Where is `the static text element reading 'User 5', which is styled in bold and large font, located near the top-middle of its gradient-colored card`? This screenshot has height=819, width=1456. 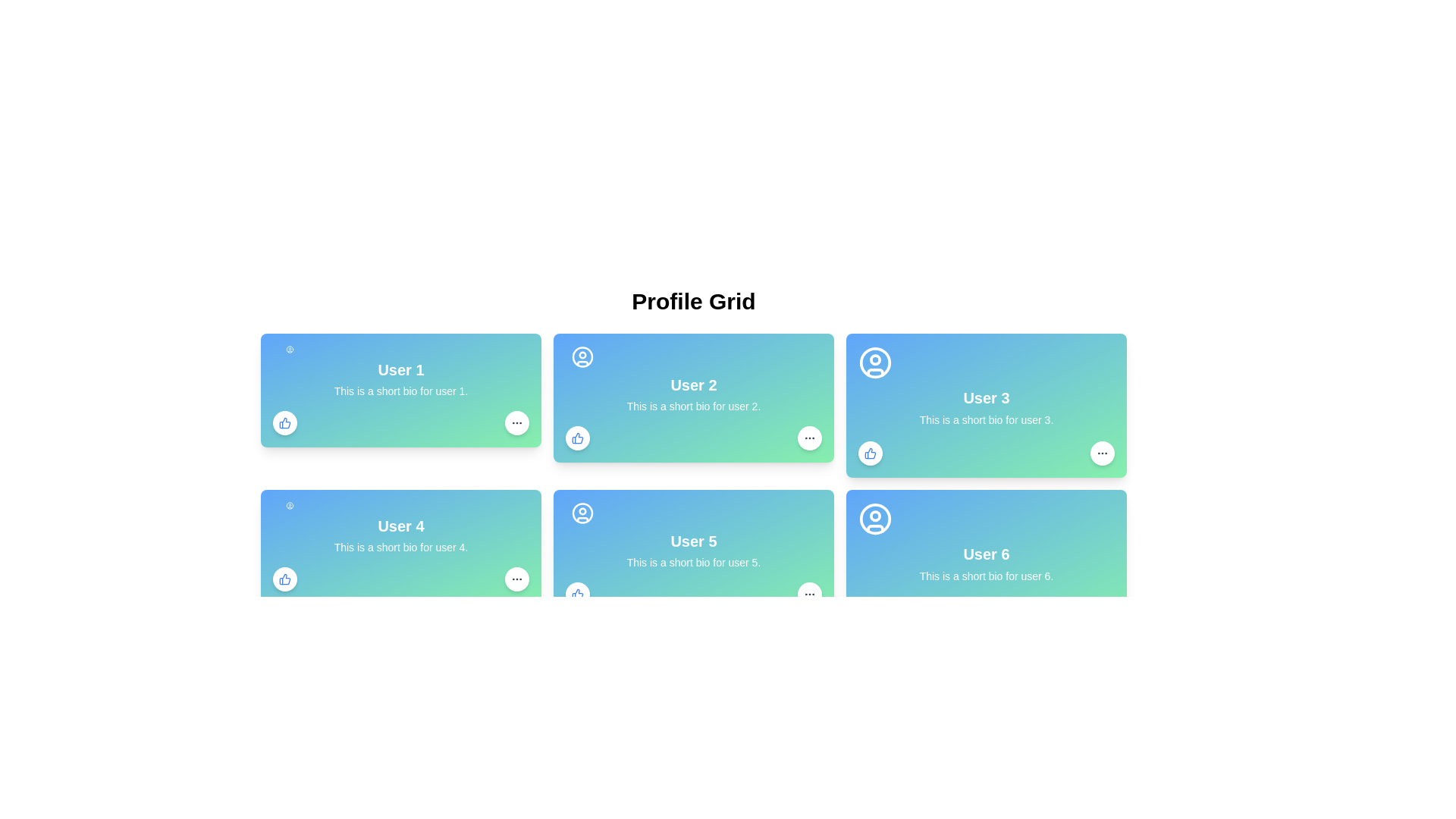
the static text element reading 'User 5', which is styled in bold and large font, located near the top-middle of its gradient-colored card is located at coordinates (693, 540).